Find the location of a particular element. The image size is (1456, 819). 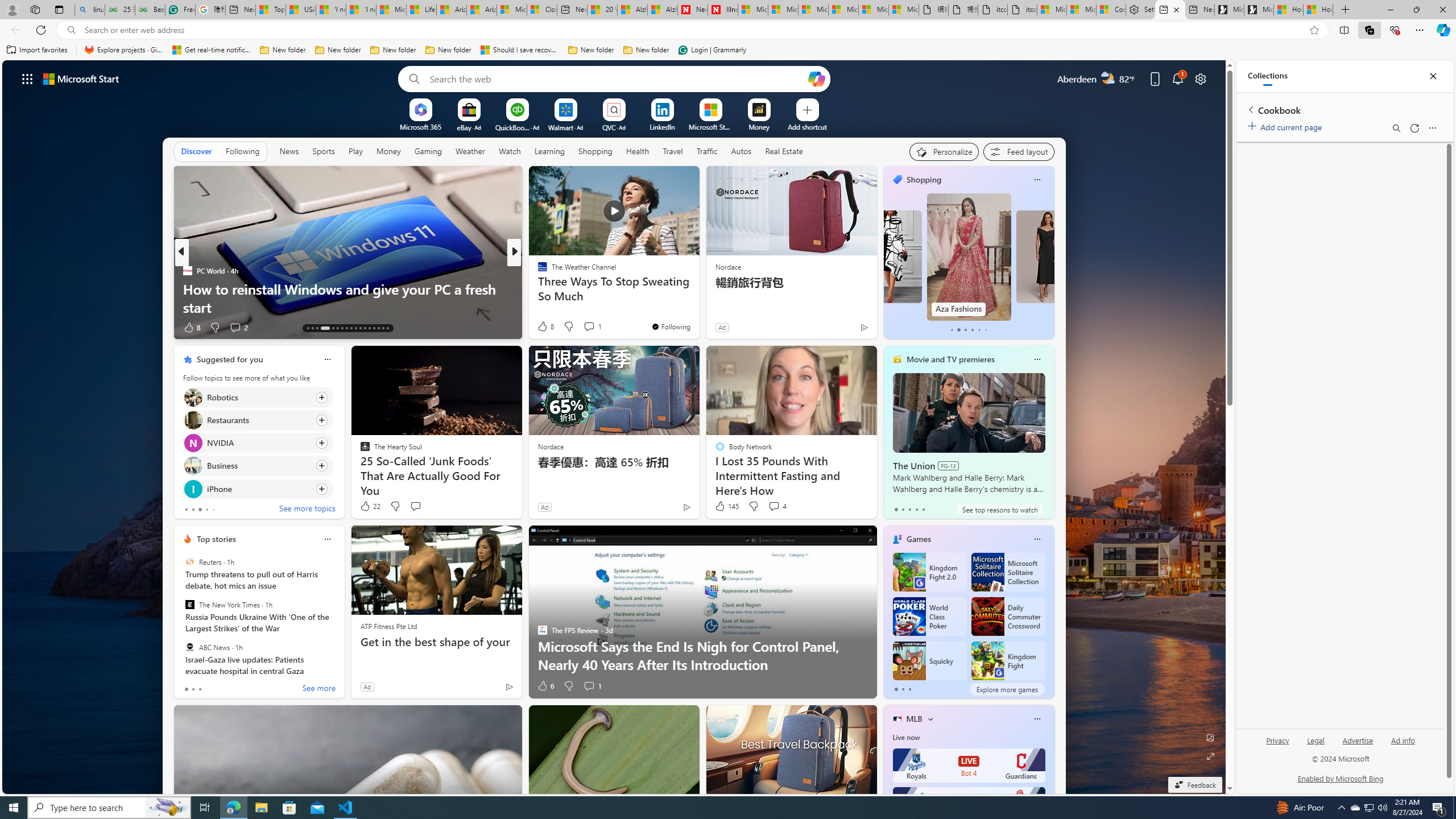

'Back to list of collections' is located at coordinates (1250, 109).